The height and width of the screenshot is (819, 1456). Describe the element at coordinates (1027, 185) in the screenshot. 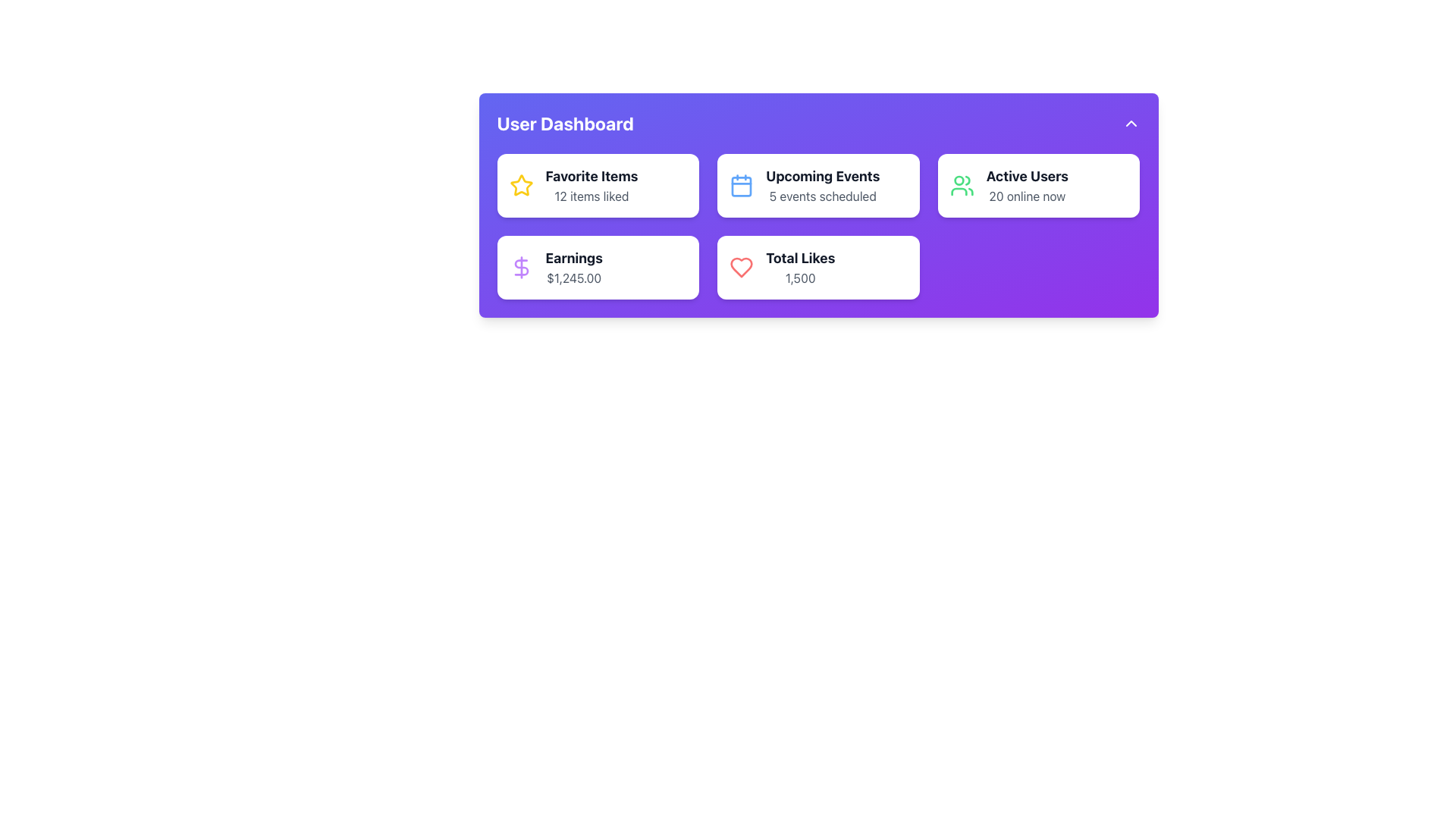

I see `the 'Active Users' text display element, which shows '20 online now' in the top-right corner of the card grid layout` at that location.